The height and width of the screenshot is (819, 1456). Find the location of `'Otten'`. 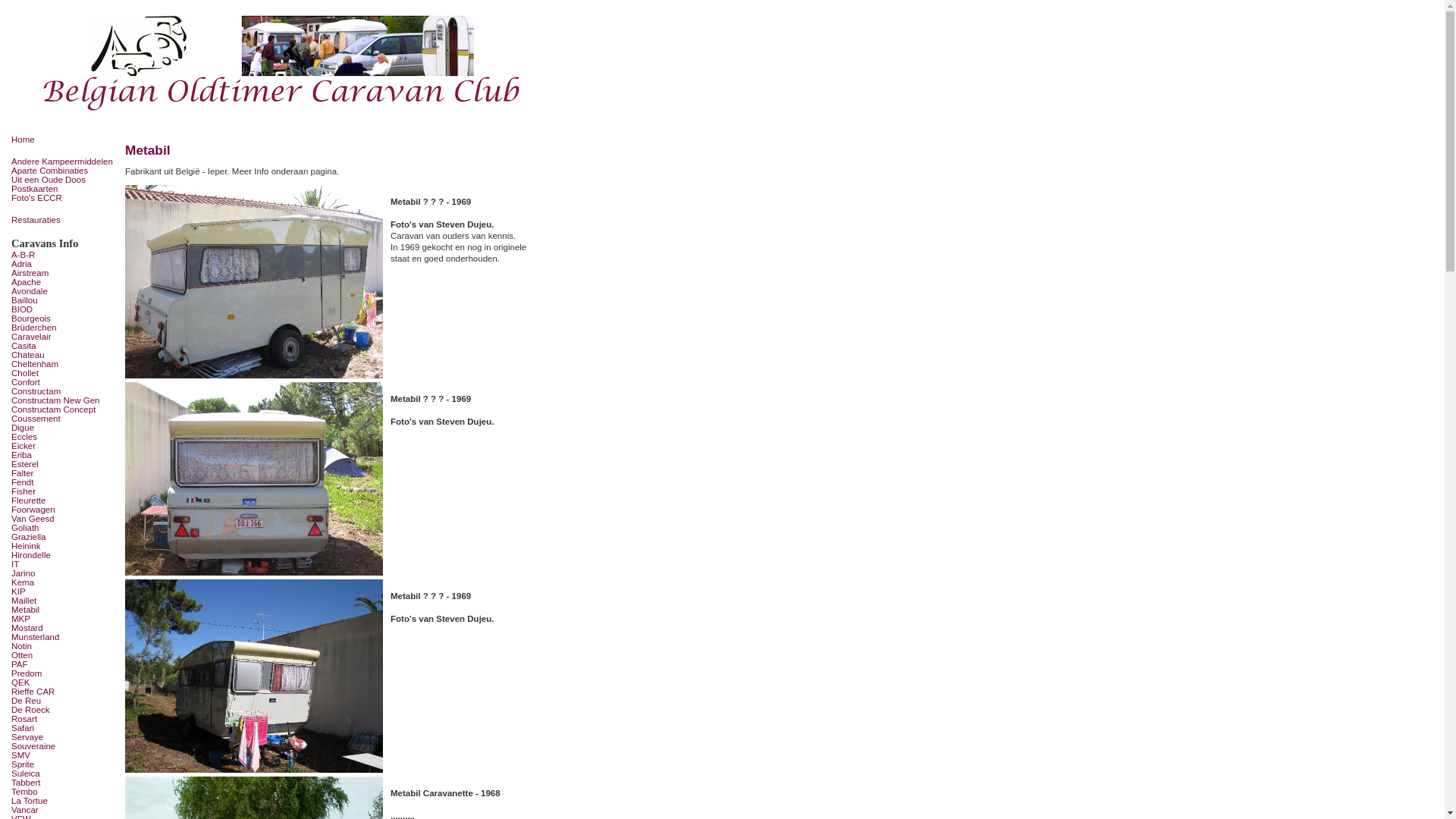

'Otten' is located at coordinates (64, 654).